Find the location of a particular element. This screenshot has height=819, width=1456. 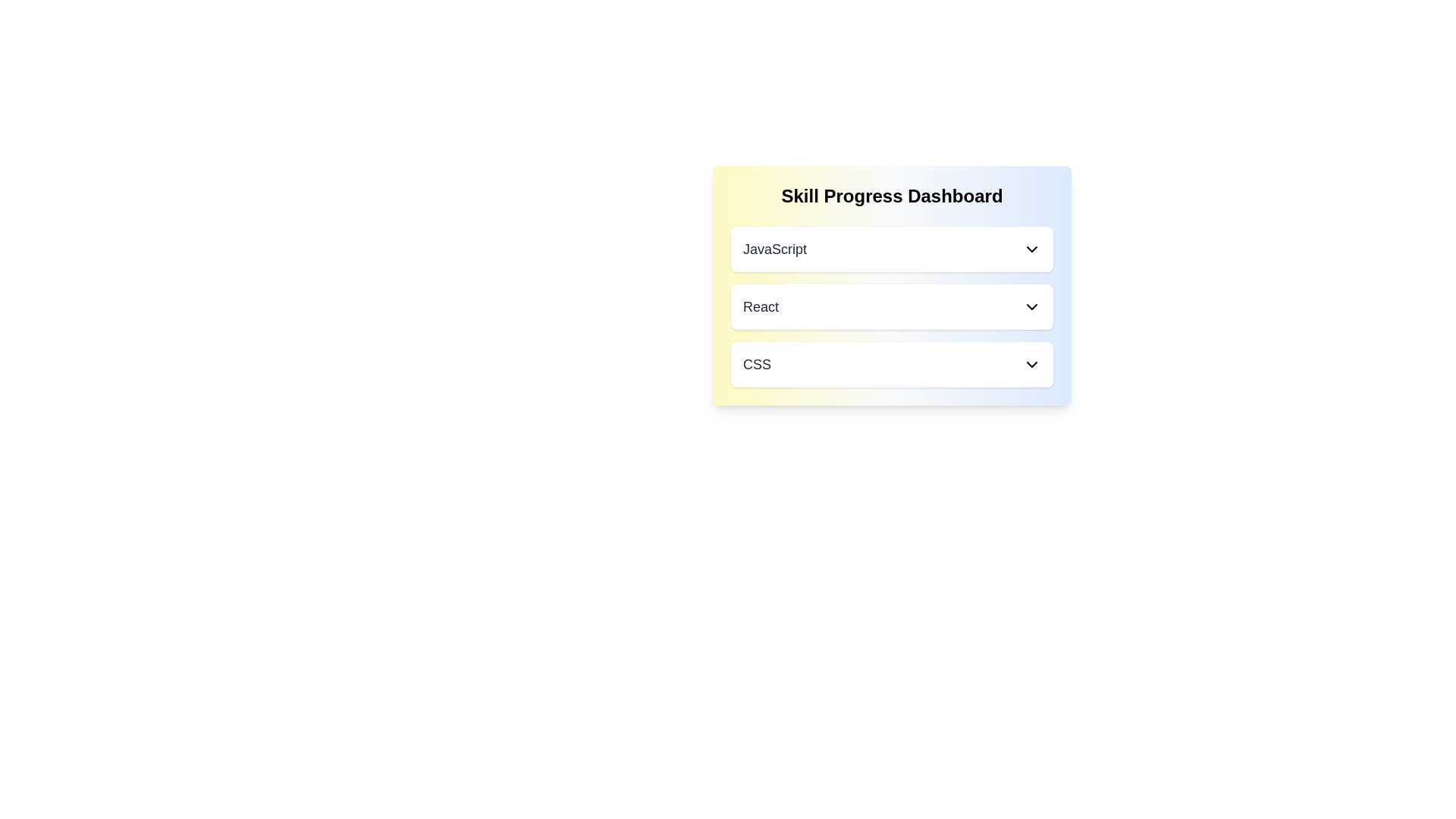

the 'React' dropdown menu item is located at coordinates (892, 307).